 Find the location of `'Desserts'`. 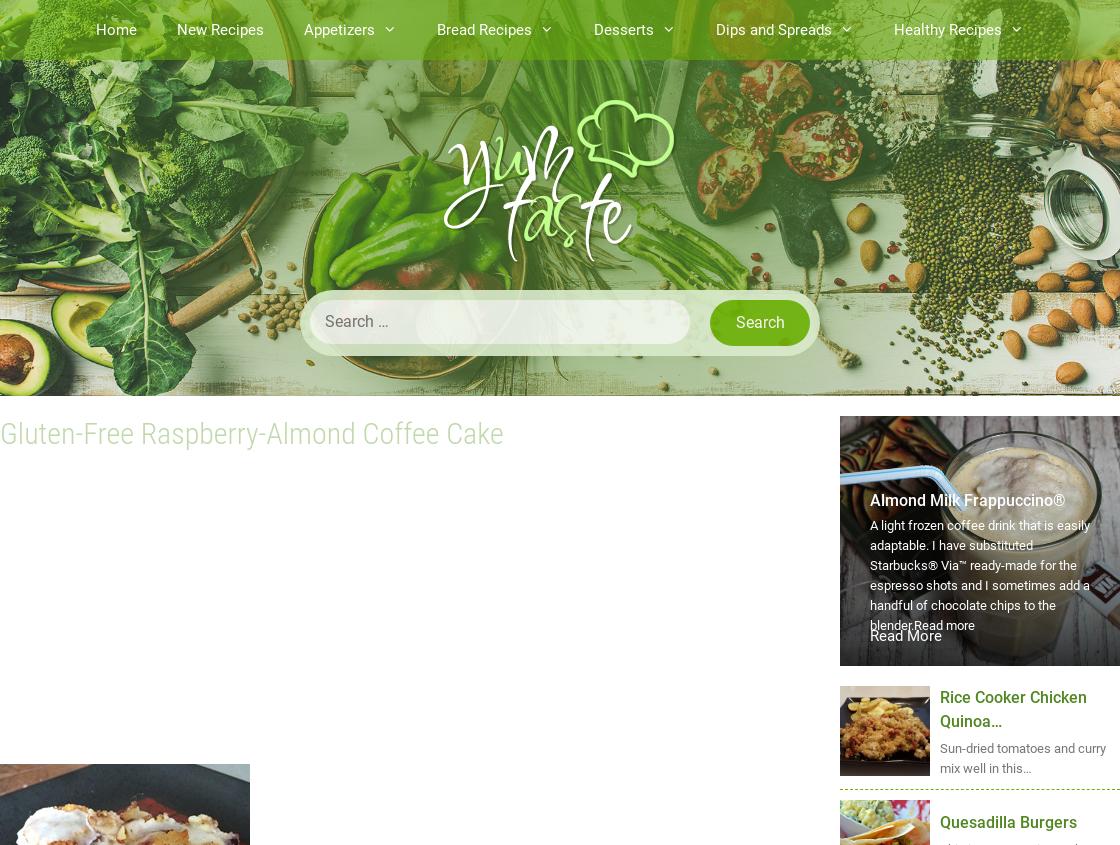

'Desserts' is located at coordinates (623, 28).